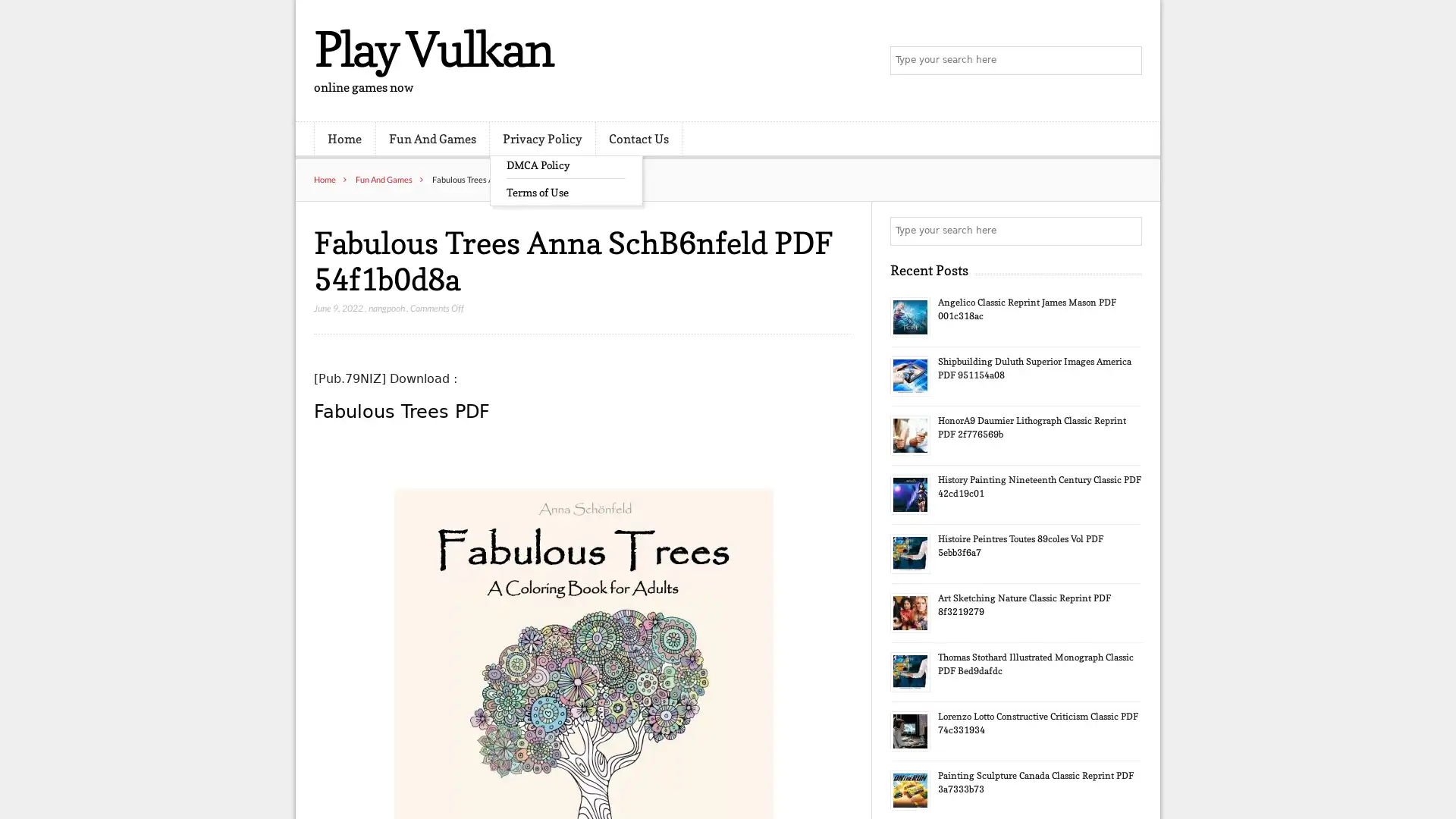 The image size is (1456, 819). What do you see at coordinates (1126, 61) in the screenshot?
I see `Search` at bounding box center [1126, 61].